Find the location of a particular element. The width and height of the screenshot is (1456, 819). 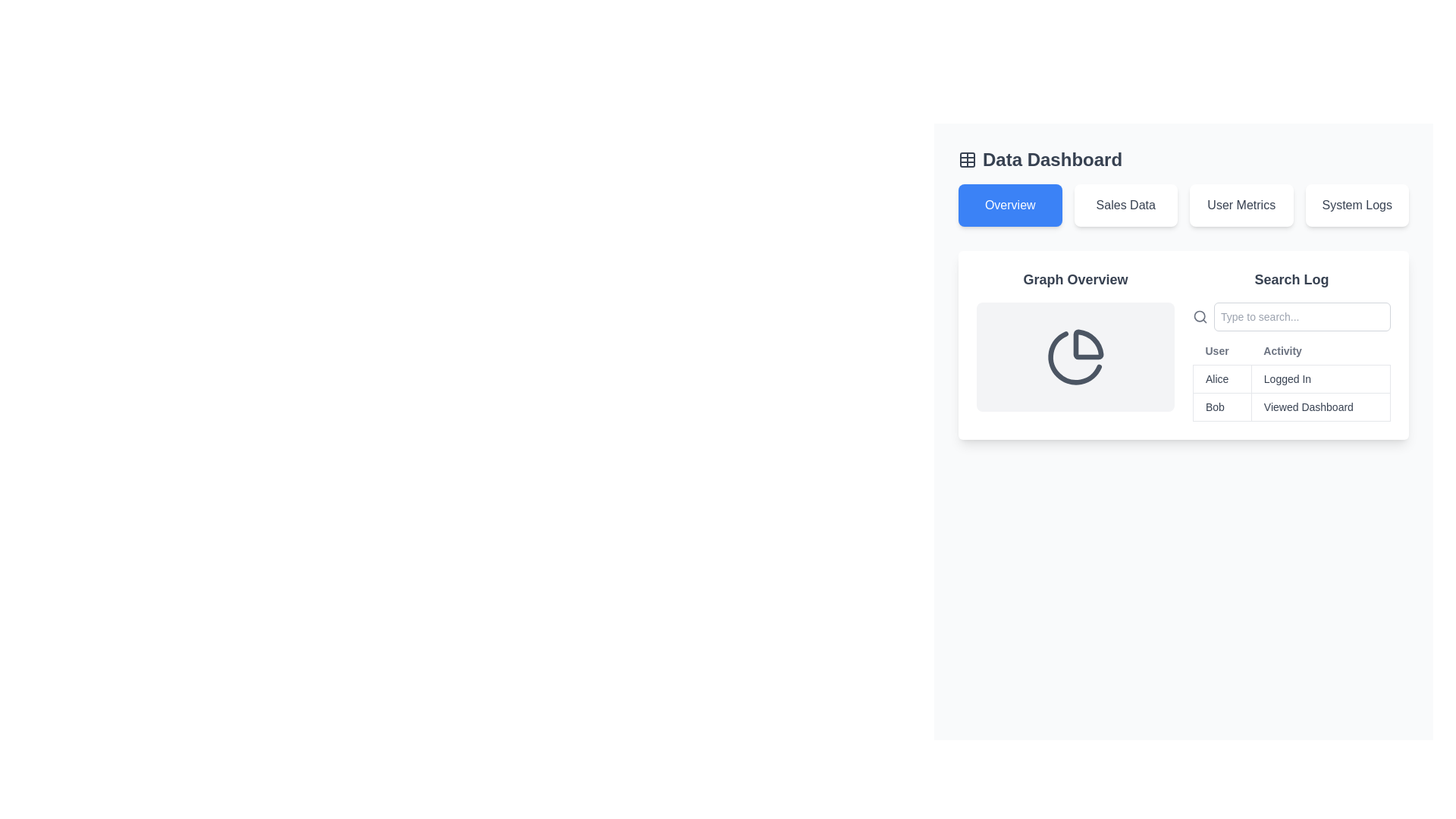

the lower segment of the pie chart icon located below the 'Graph Overview' label is located at coordinates (1074, 358).